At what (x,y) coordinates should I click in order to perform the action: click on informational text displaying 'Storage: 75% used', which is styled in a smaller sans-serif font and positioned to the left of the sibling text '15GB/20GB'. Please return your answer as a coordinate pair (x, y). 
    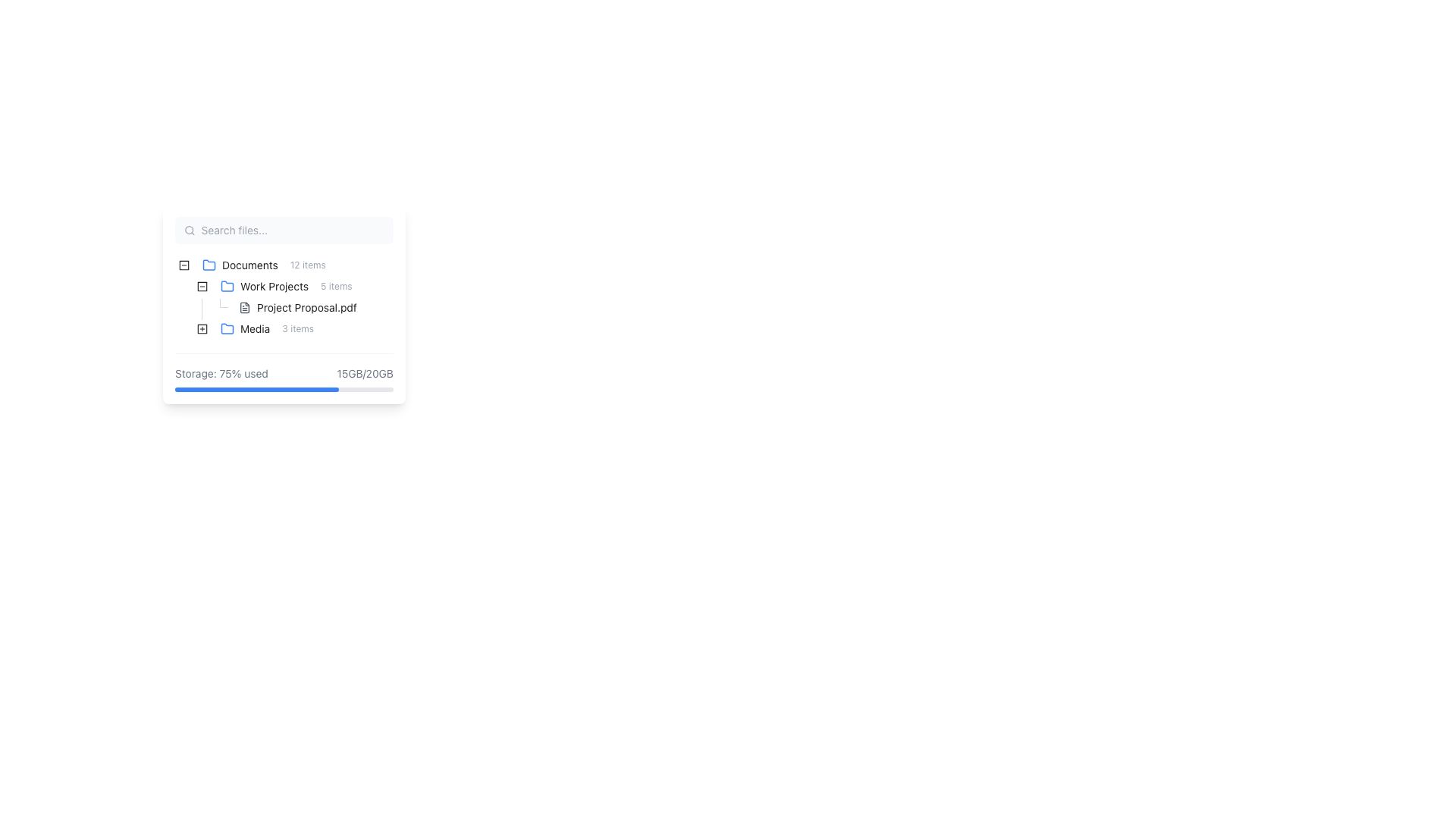
    Looking at the image, I should click on (221, 374).